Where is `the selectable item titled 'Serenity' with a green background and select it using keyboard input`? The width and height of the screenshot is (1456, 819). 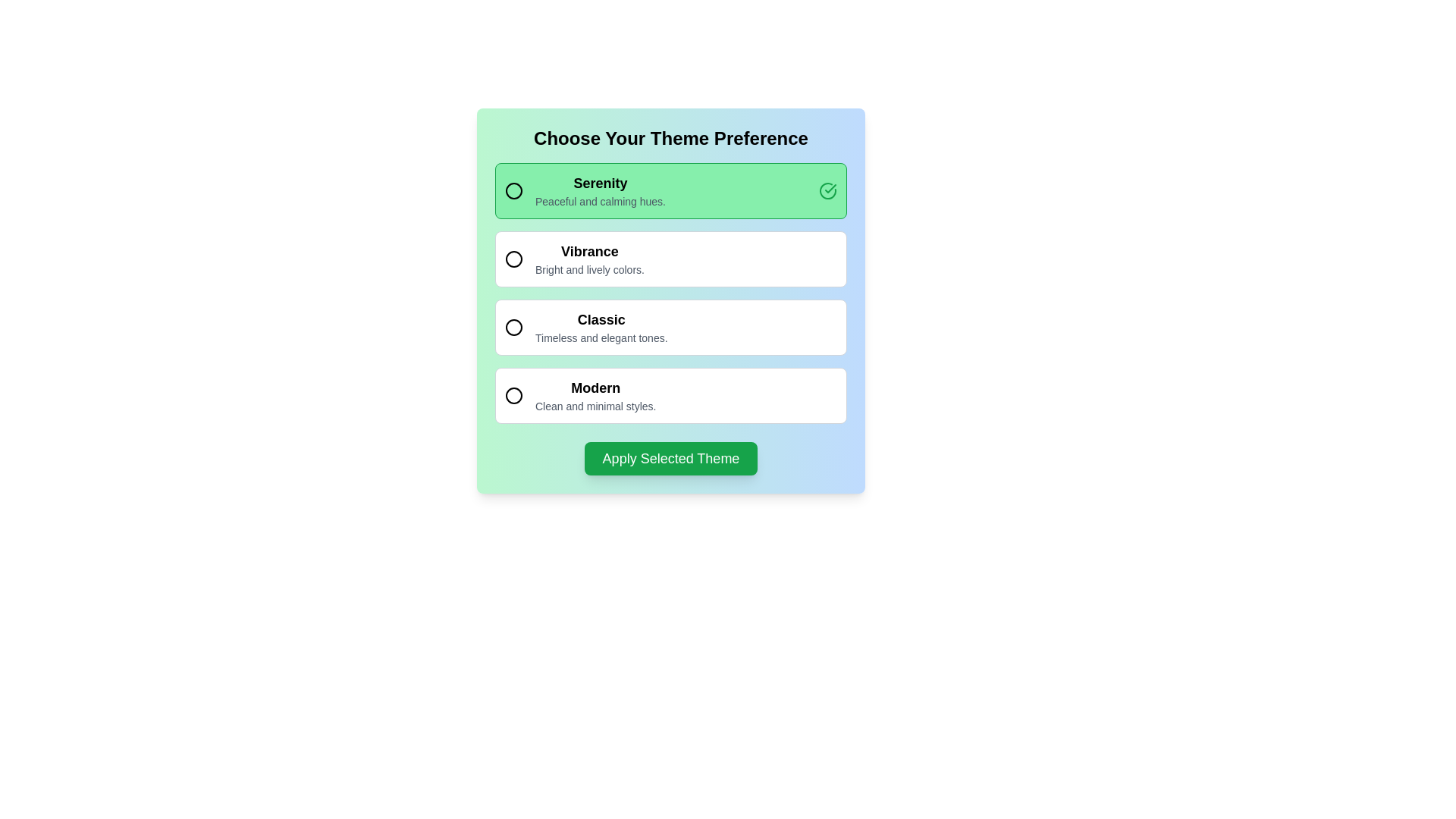
the selectable item titled 'Serenity' with a green background and select it using keyboard input is located at coordinates (670, 190).